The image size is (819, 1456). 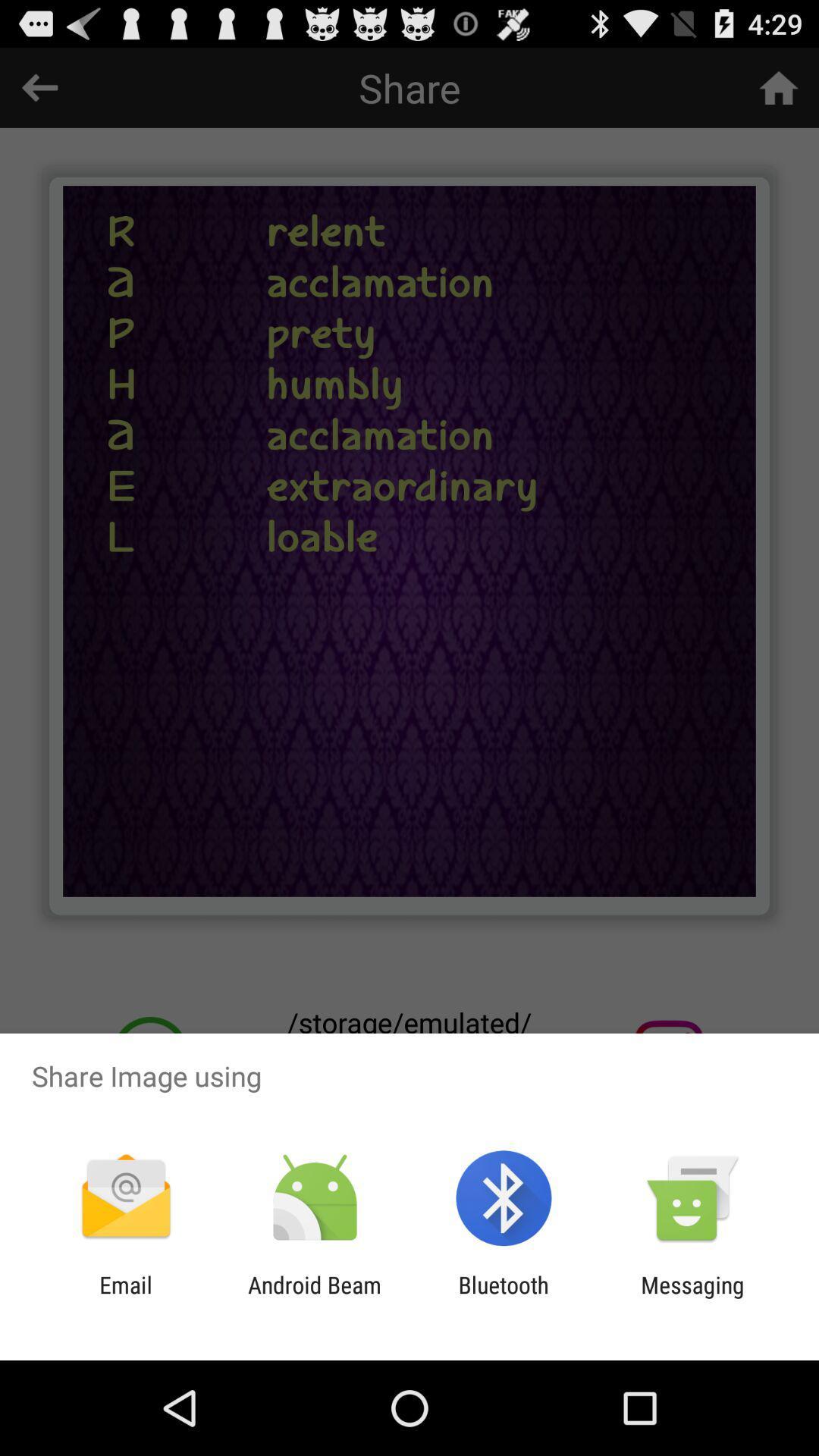 I want to click on the bluetooth item, so click(x=504, y=1298).